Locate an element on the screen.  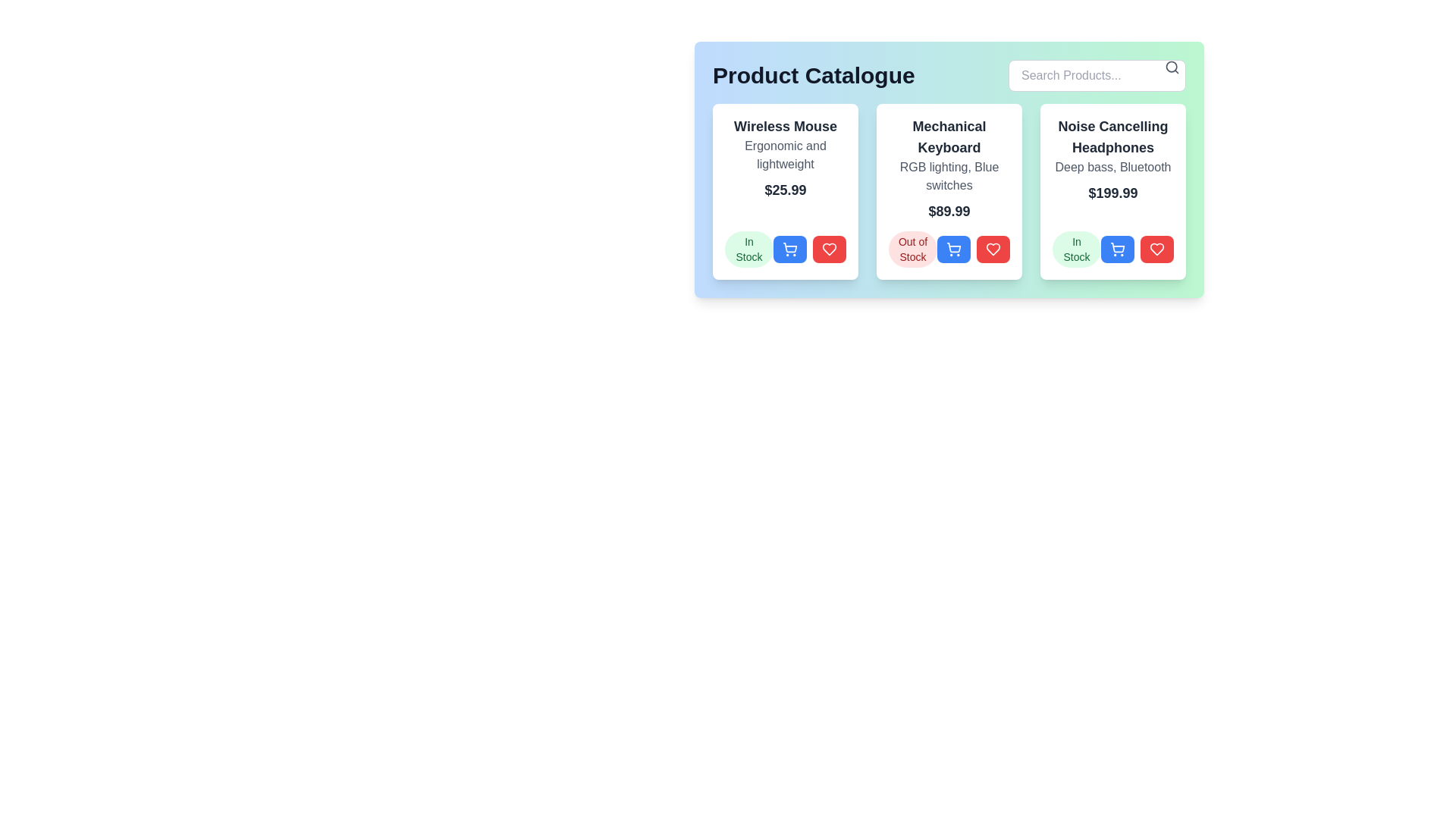
the search bar located at the top-right corner of the 'Product Catalogue' to focus on it for text input is located at coordinates (1097, 76).